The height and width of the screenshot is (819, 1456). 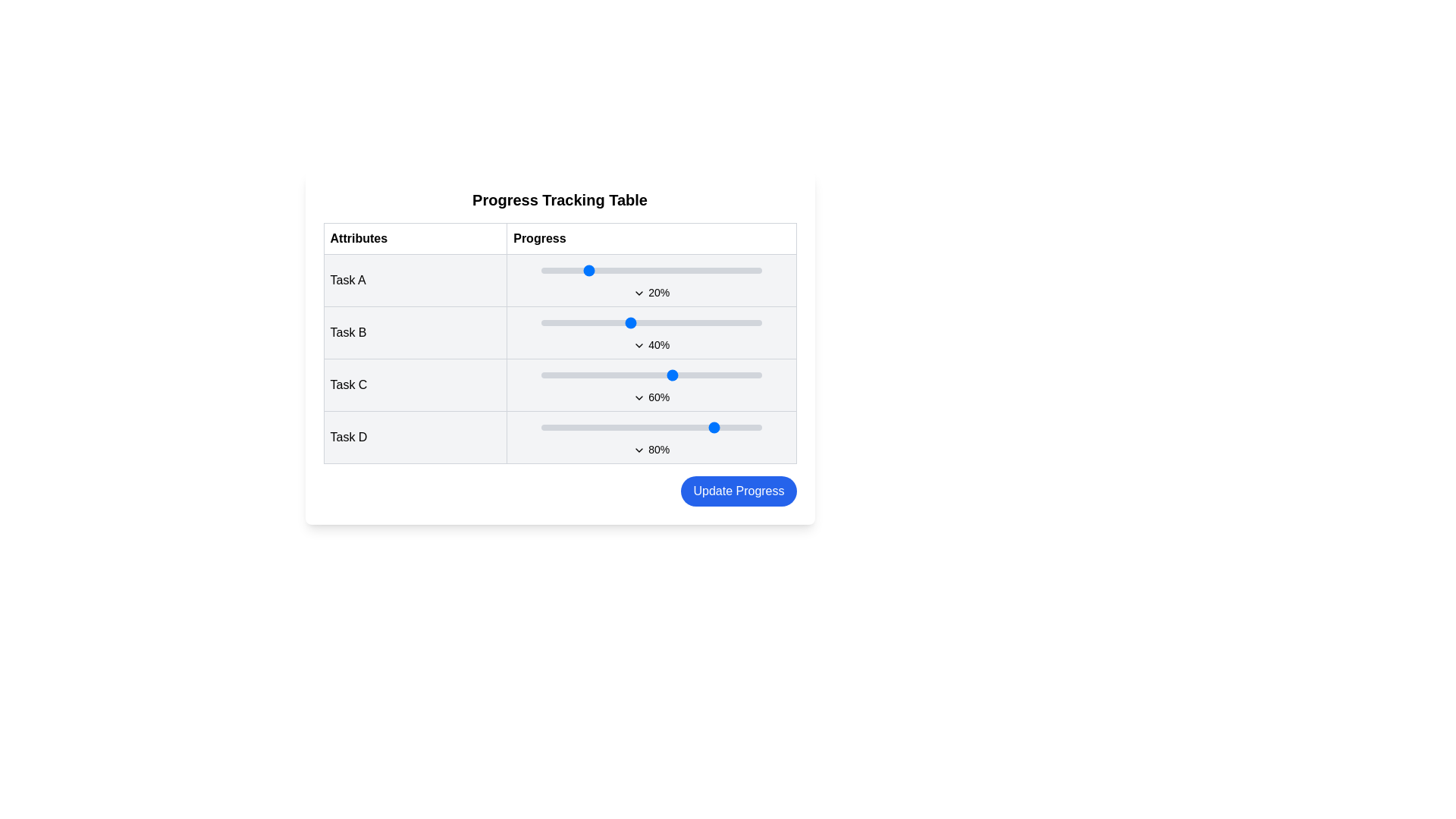 What do you see at coordinates (692, 375) in the screenshot?
I see `the progress for Task C` at bounding box center [692, 375].